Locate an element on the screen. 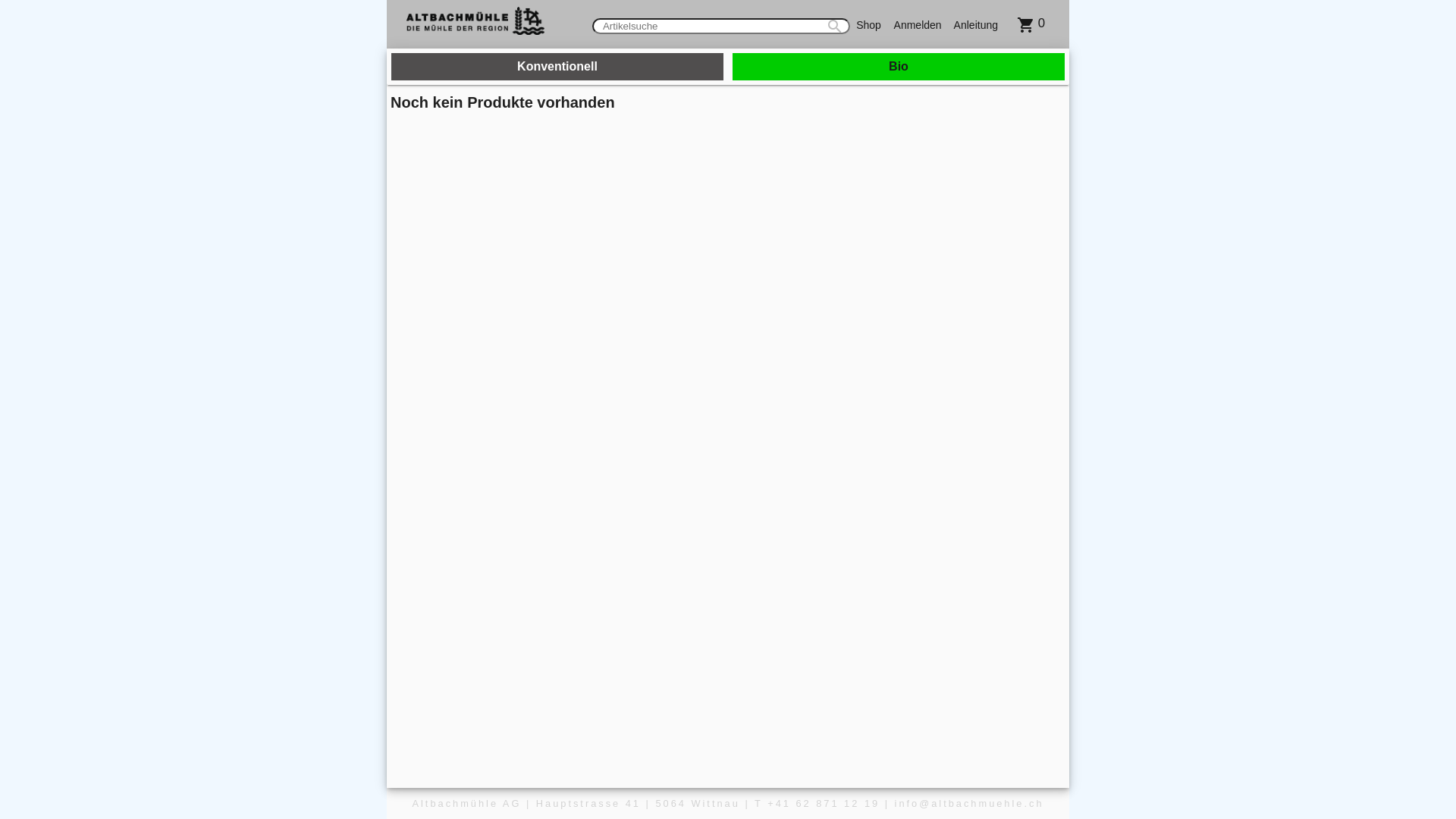  'Bio' is located at coordinates (899, 66).